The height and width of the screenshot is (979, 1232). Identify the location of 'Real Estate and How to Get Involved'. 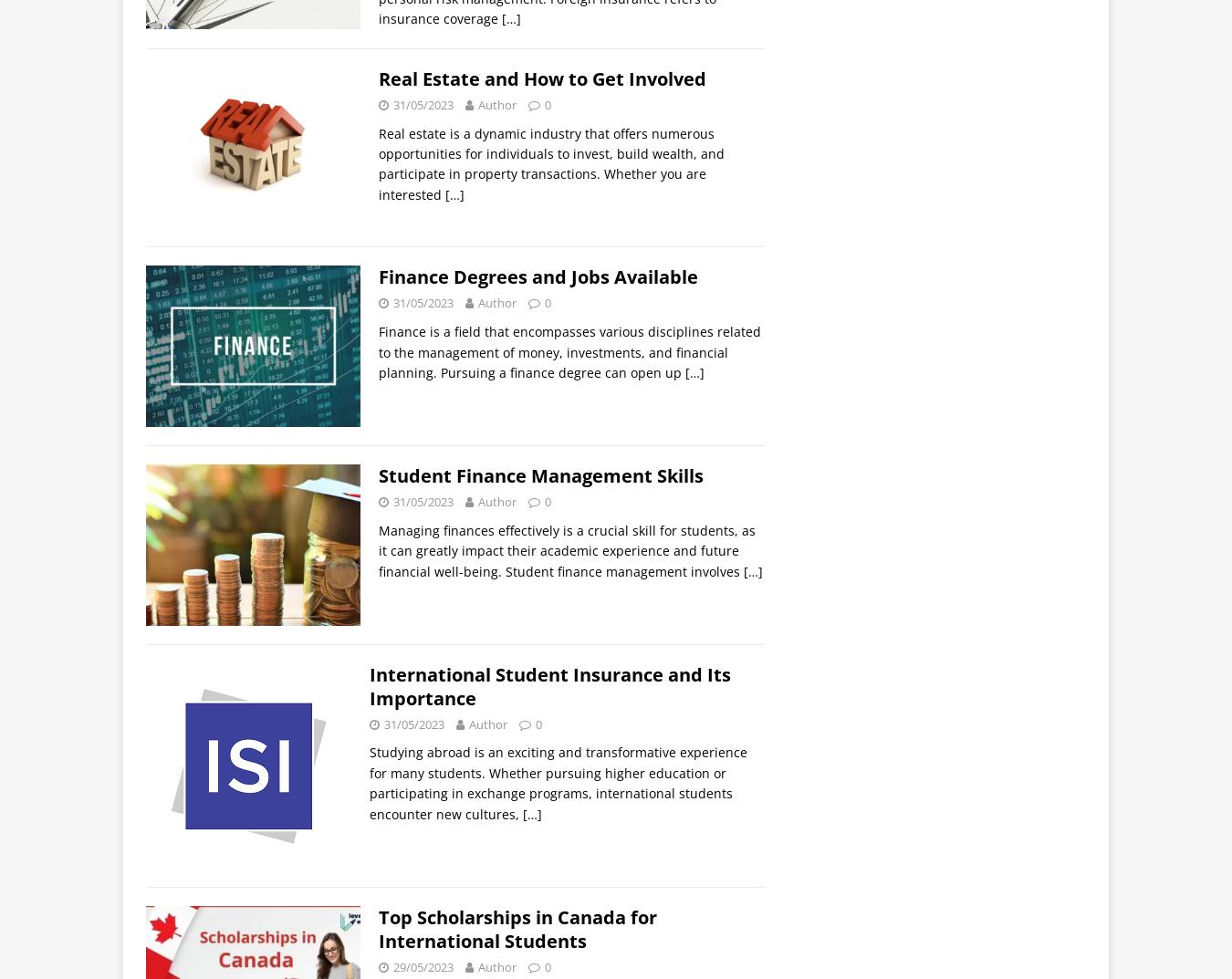
(542, 78).